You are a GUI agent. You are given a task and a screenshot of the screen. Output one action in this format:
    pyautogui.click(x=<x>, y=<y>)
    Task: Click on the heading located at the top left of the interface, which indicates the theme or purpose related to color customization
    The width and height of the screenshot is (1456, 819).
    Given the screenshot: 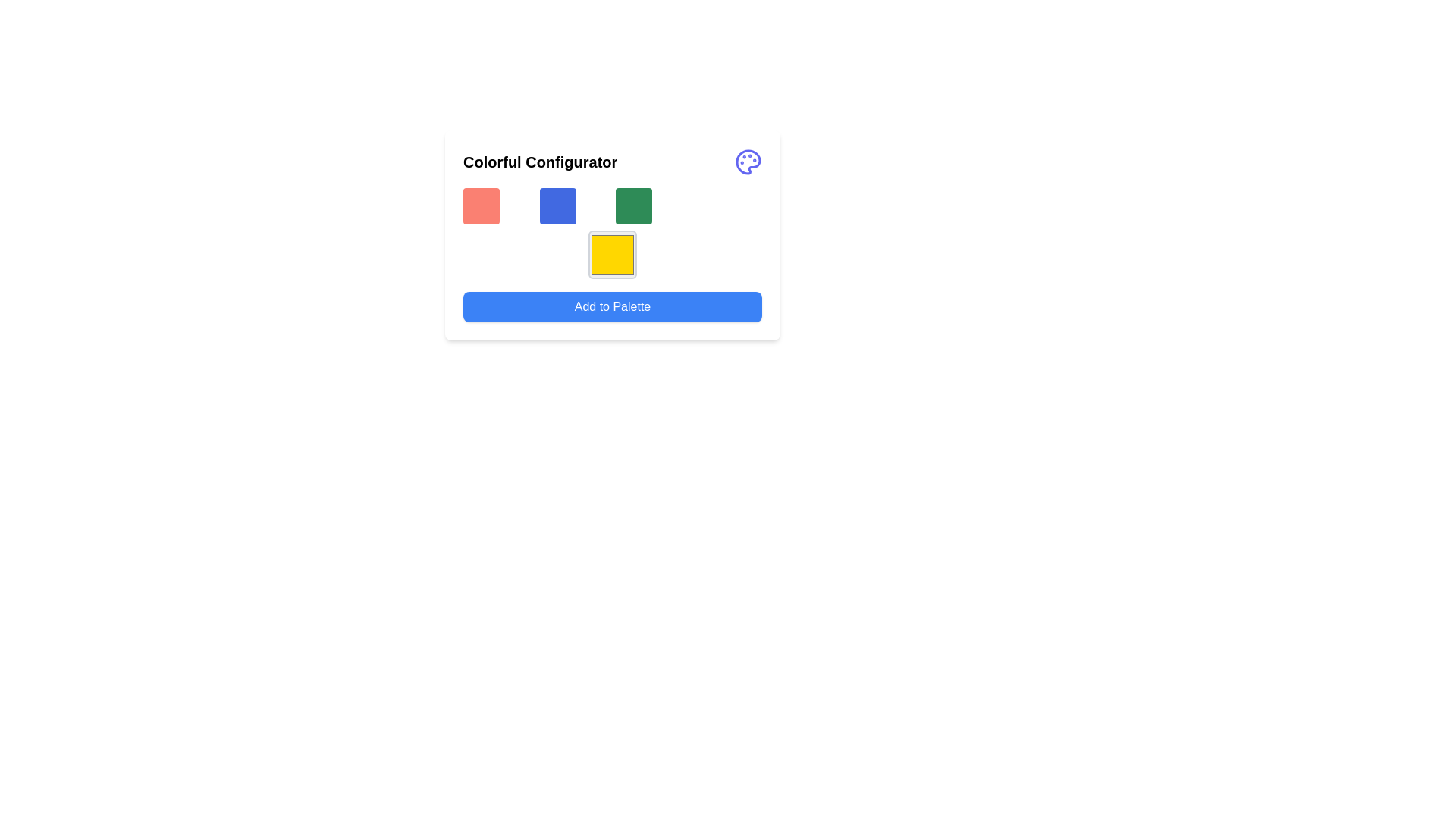 What is the action you would take?
    pyautogui.click(x=540, y=162)
    